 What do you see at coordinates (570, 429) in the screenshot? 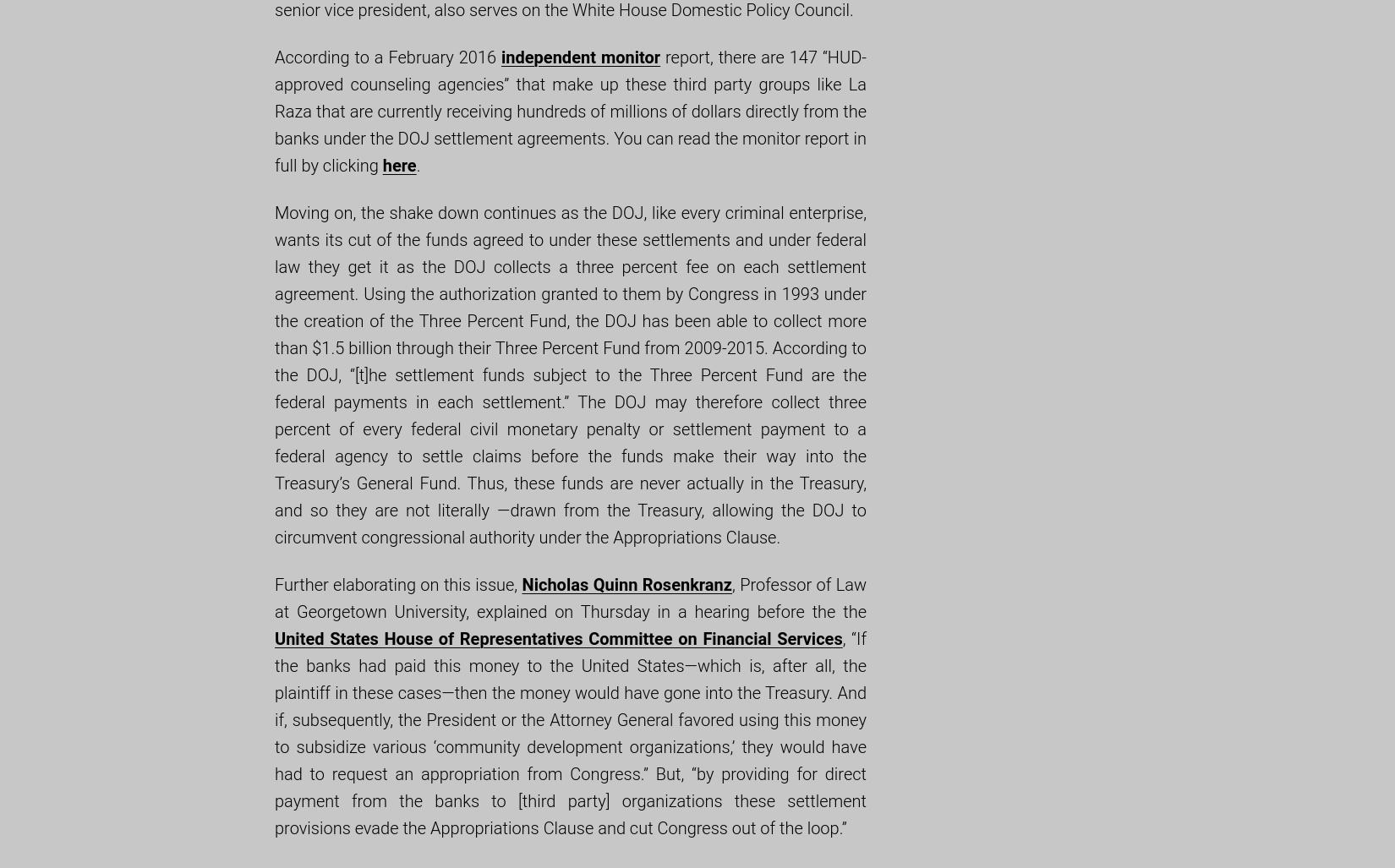
I see `'the DOJ has been able to collect more than $1.5 billion through their Three Percent Fund from 2009-2015. According to the DOJ, “[t]he settlement funds subject to the Three Percent Fund are the federal payments in each settlement.” The DOJ may therefore collect three percent of every federal civil monetary penalty or settlement payment to a federal agency to settle claims before the funds make their way into the Treasury’s General Fund. Thus, these funds are never actually in the Treasury, and so they are not literally ―drawn from the Treasury, allowing the DOJ to circumvent congressional authority under the Appropriations Clause.'` at bounding box center [570, 429].